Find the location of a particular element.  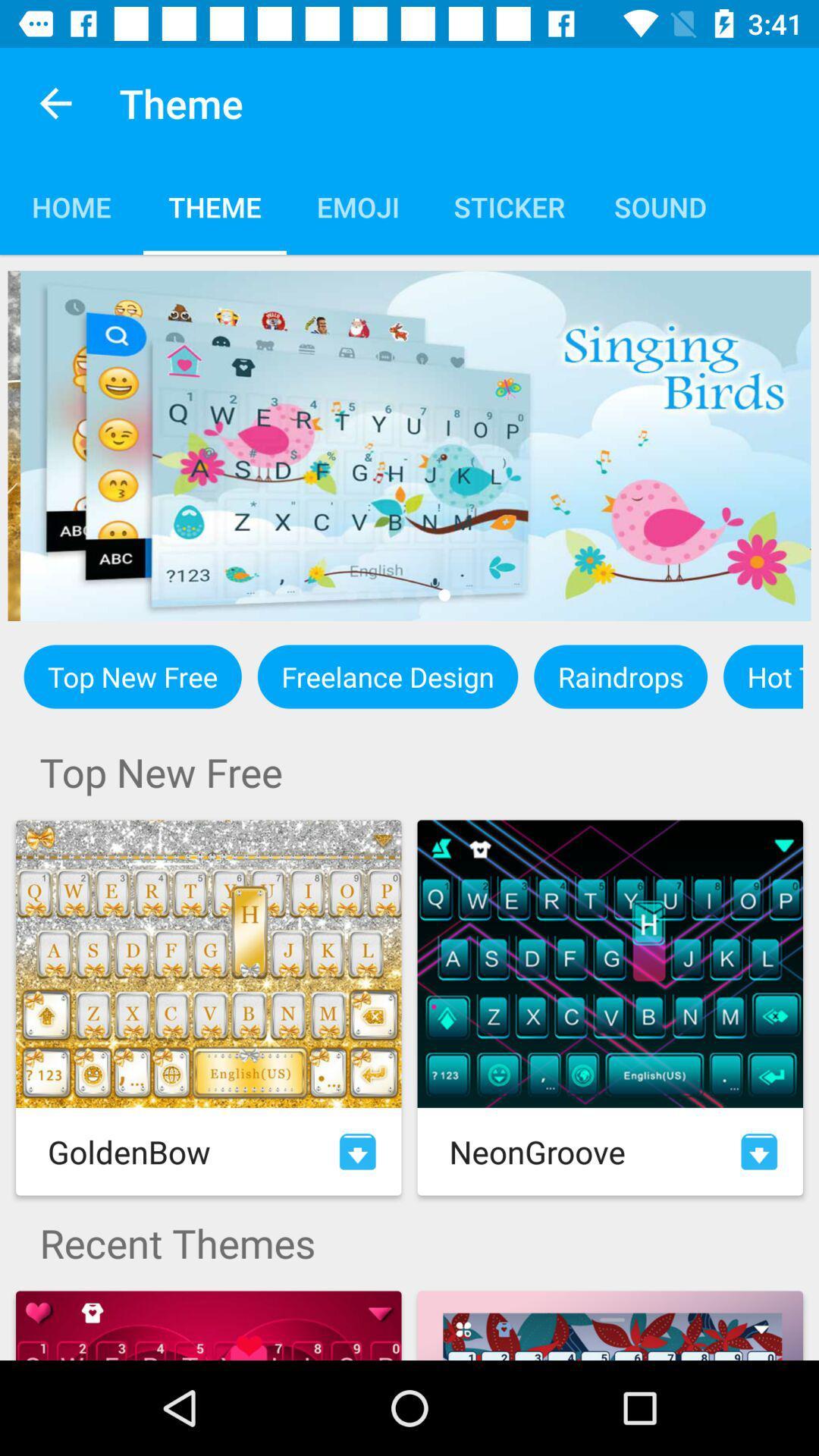

the icon next to raindrops item is located at coordinates (763, 676).